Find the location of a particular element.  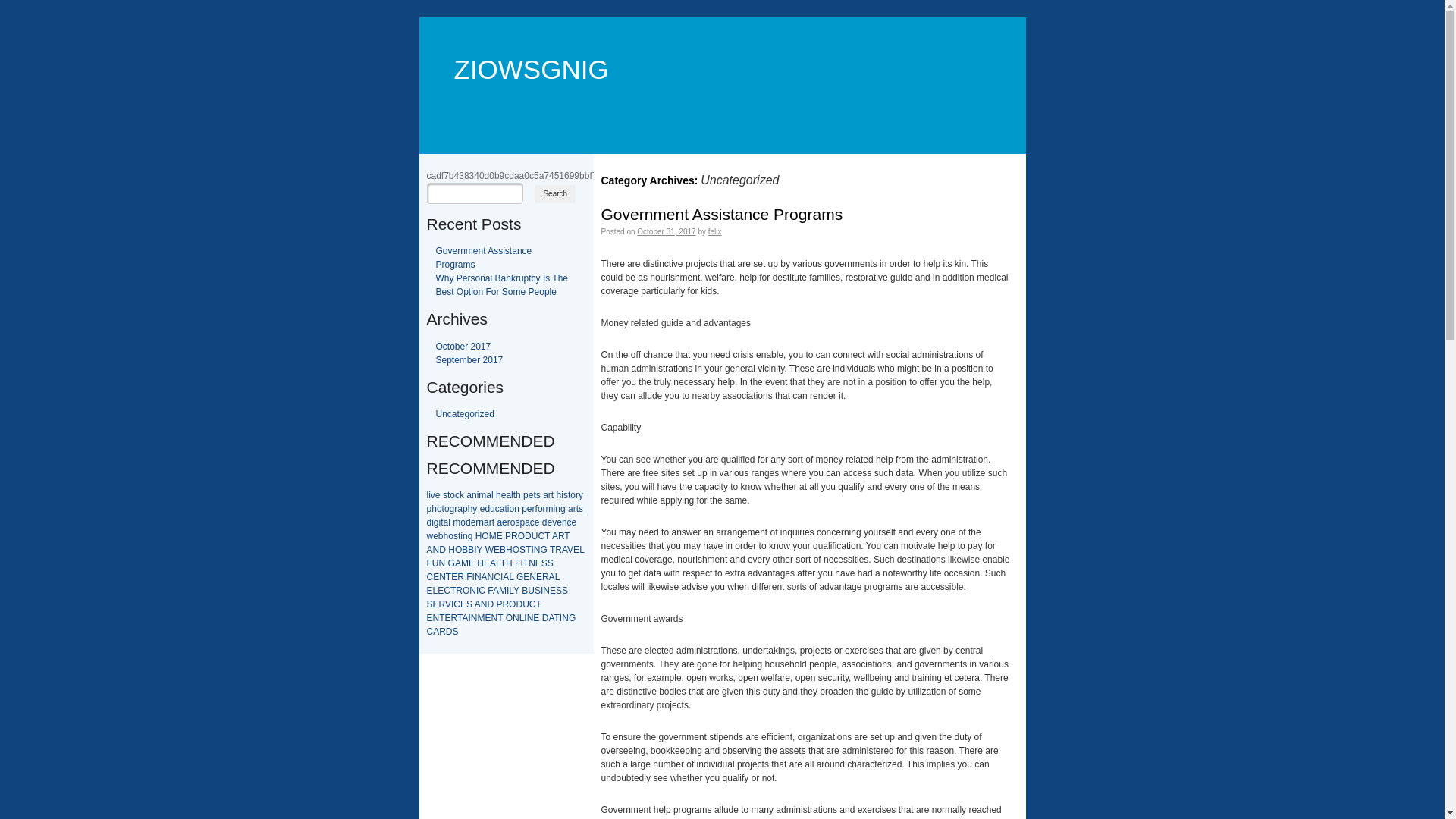

'B' is located at coordinates (524, 590).